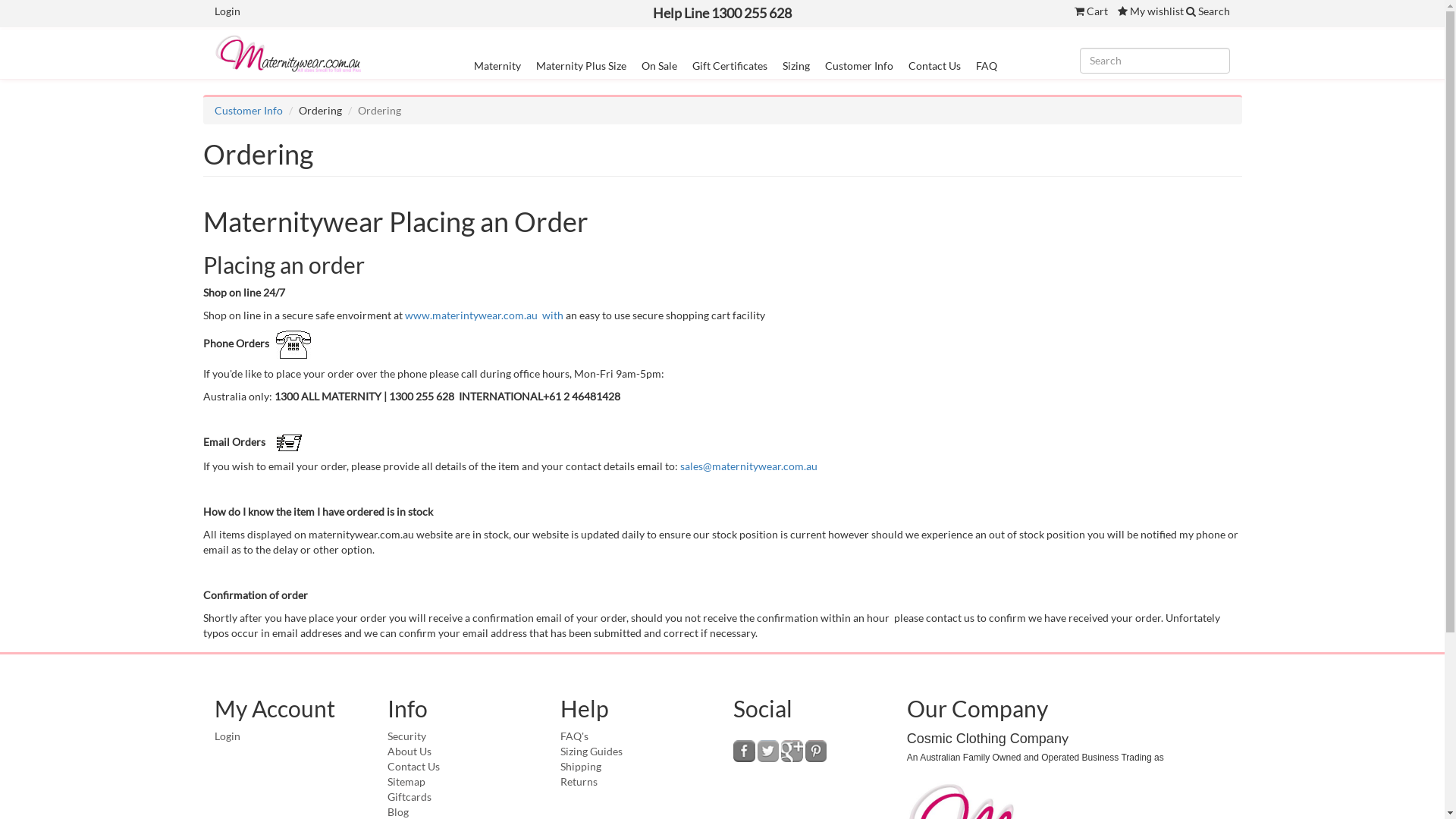  What do you see at coordinates (413, 766) in the screenshot?
I see `'Contact Us'` at bounding box center [413, 766].